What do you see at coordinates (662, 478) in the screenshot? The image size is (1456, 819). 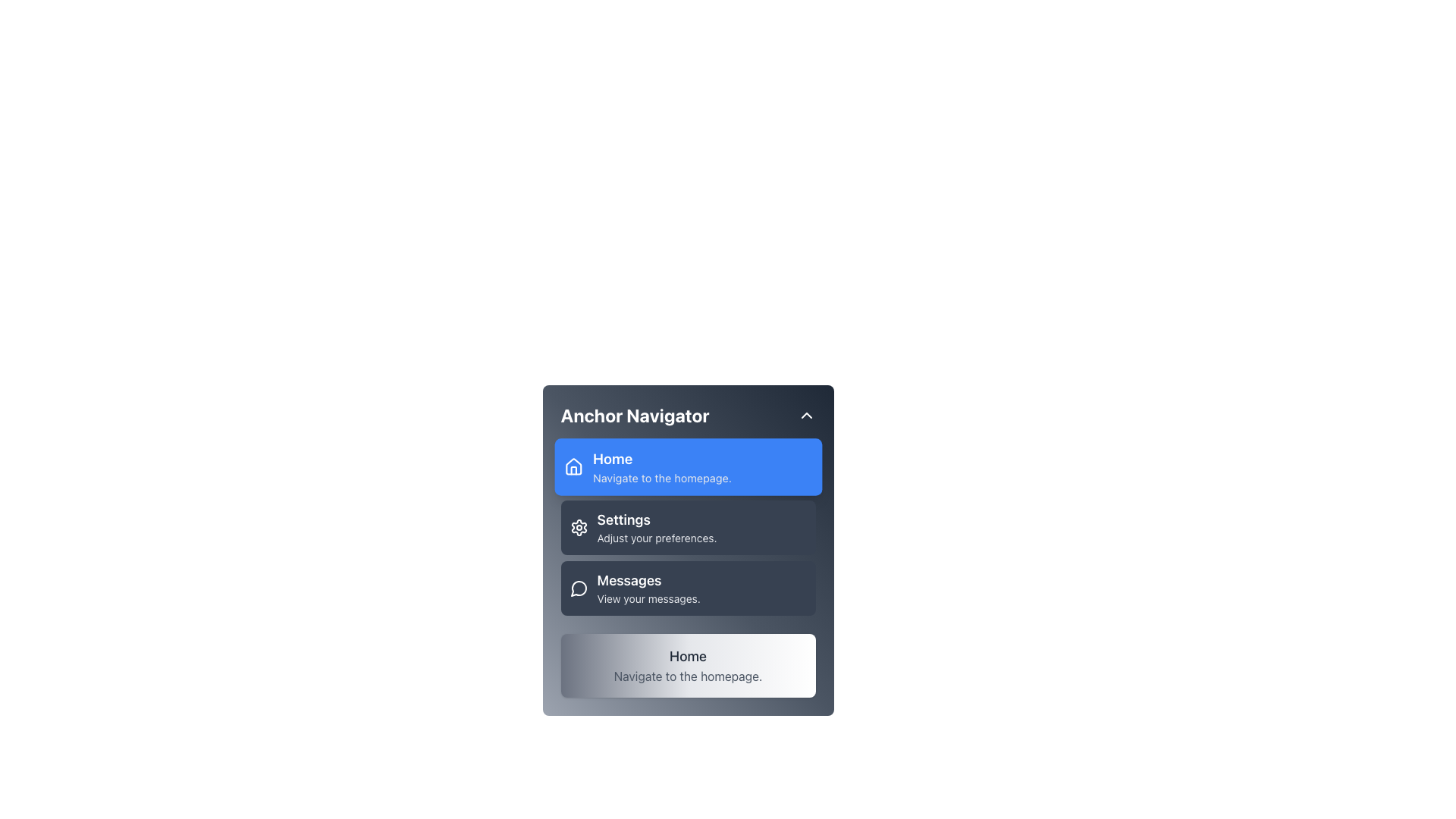 I see `the text label reading 'Navigate to the homepage.' which is styled in gray and located beneath the bold 'Home' title in the navigation menu` at bounding box center [662, 478].